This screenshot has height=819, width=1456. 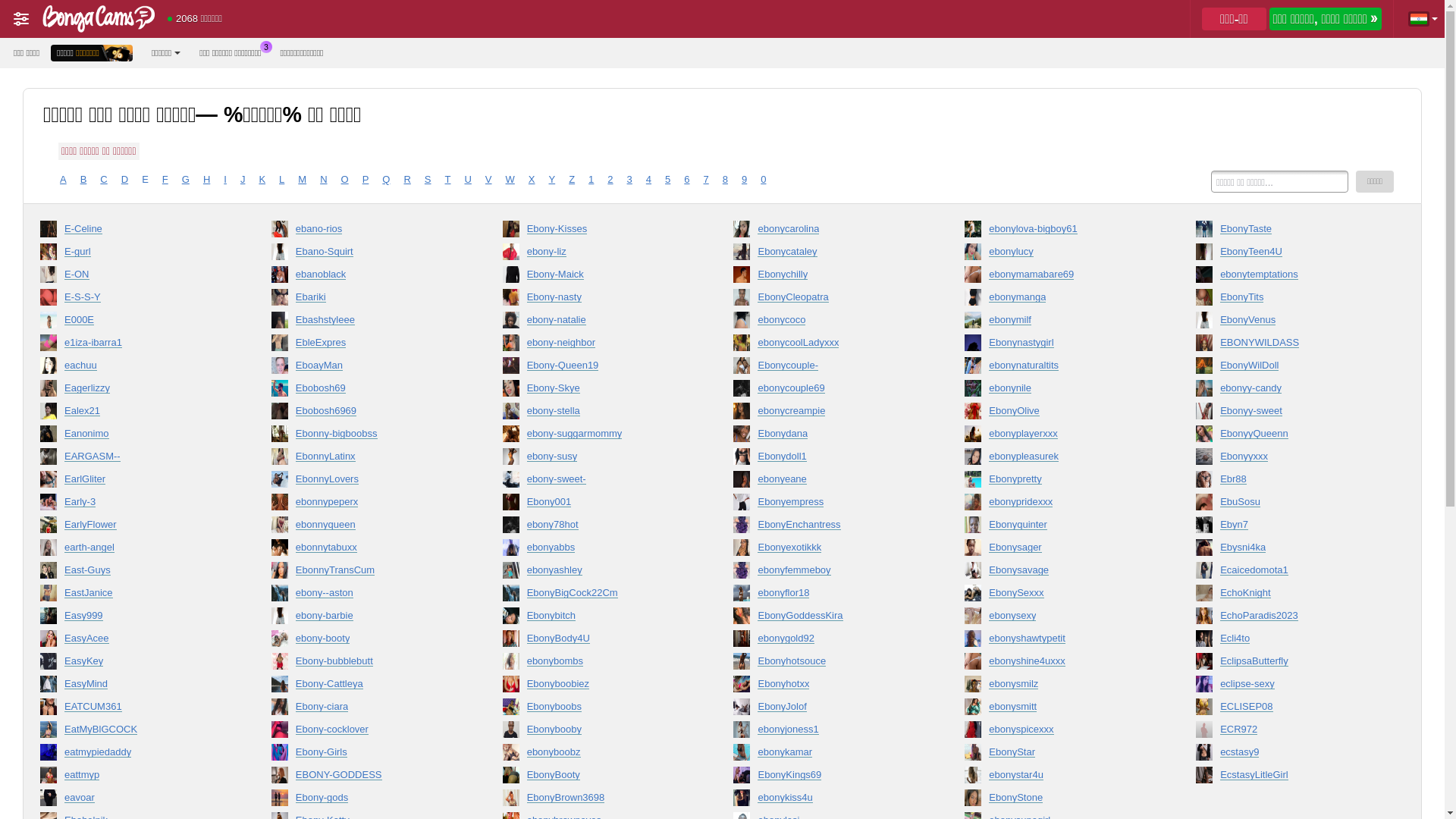 I want to click on 'J', so click(x=243, y=178).